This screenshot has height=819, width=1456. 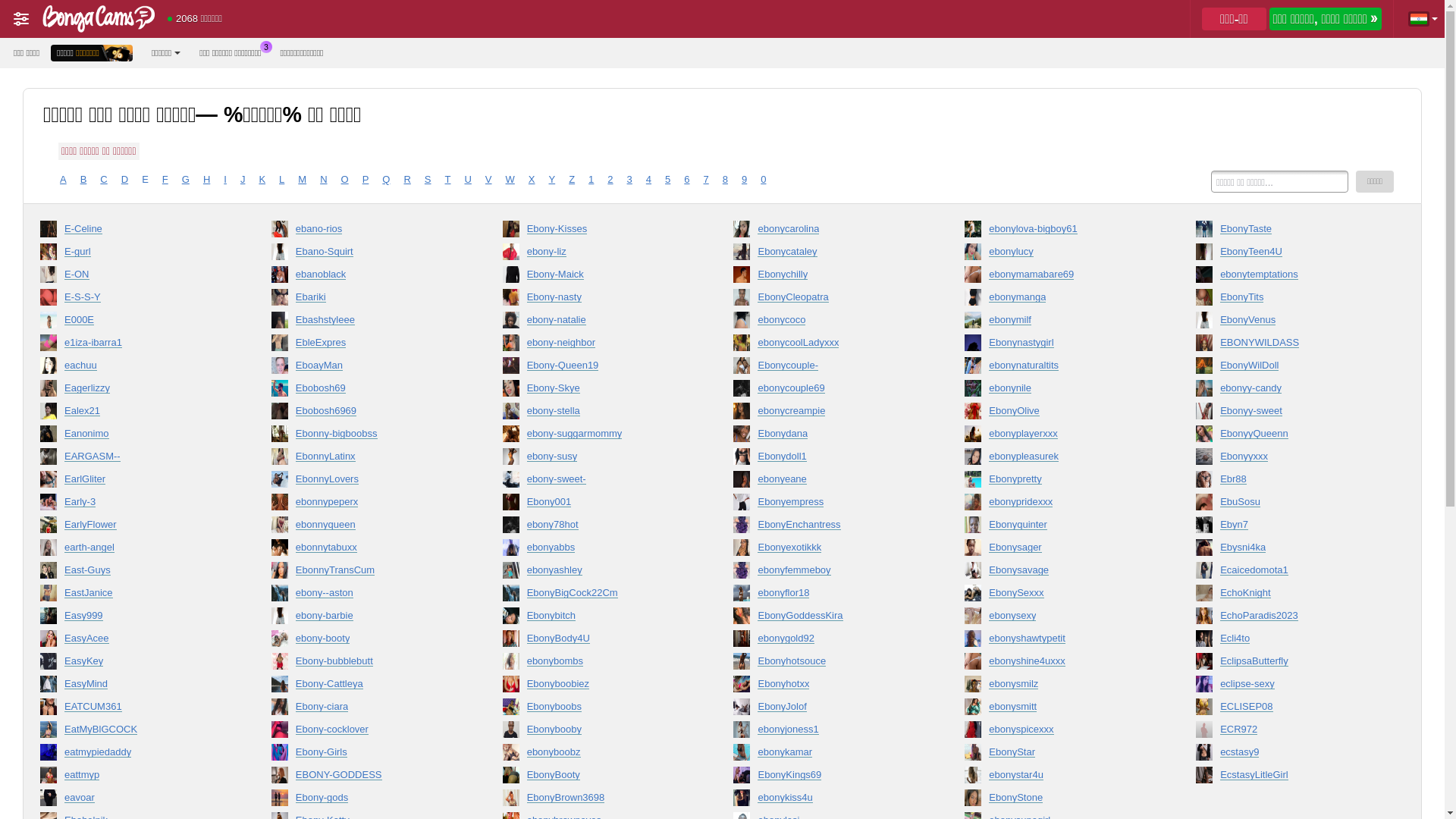 I want to click on 'J', so click(x=243, y=178).